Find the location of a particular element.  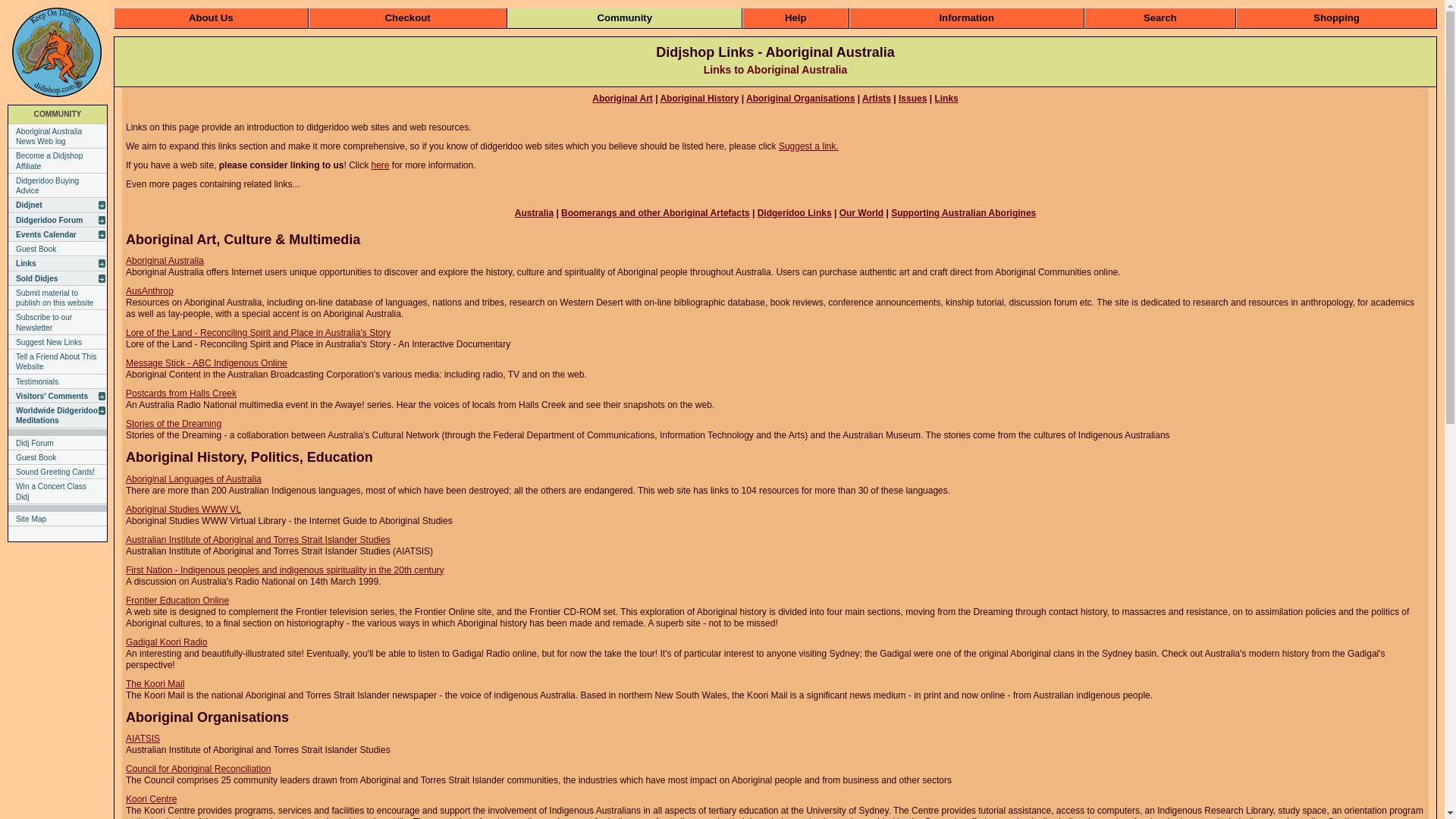

'Didgeridoo Forum' is located at coordinates (57, 220).